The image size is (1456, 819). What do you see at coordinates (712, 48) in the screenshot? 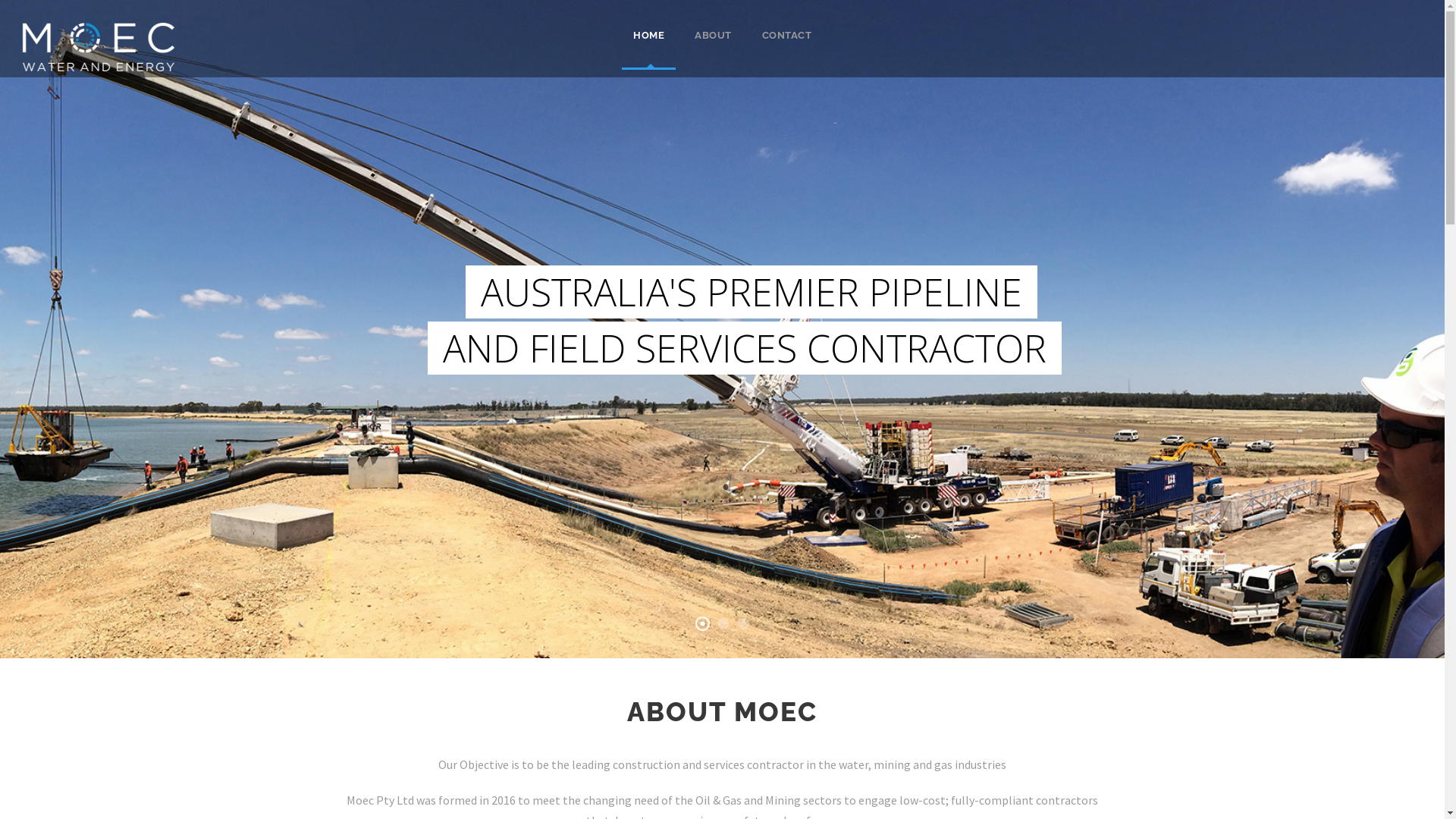
I see `'ABOUT'` at bounding box center [712, 48].